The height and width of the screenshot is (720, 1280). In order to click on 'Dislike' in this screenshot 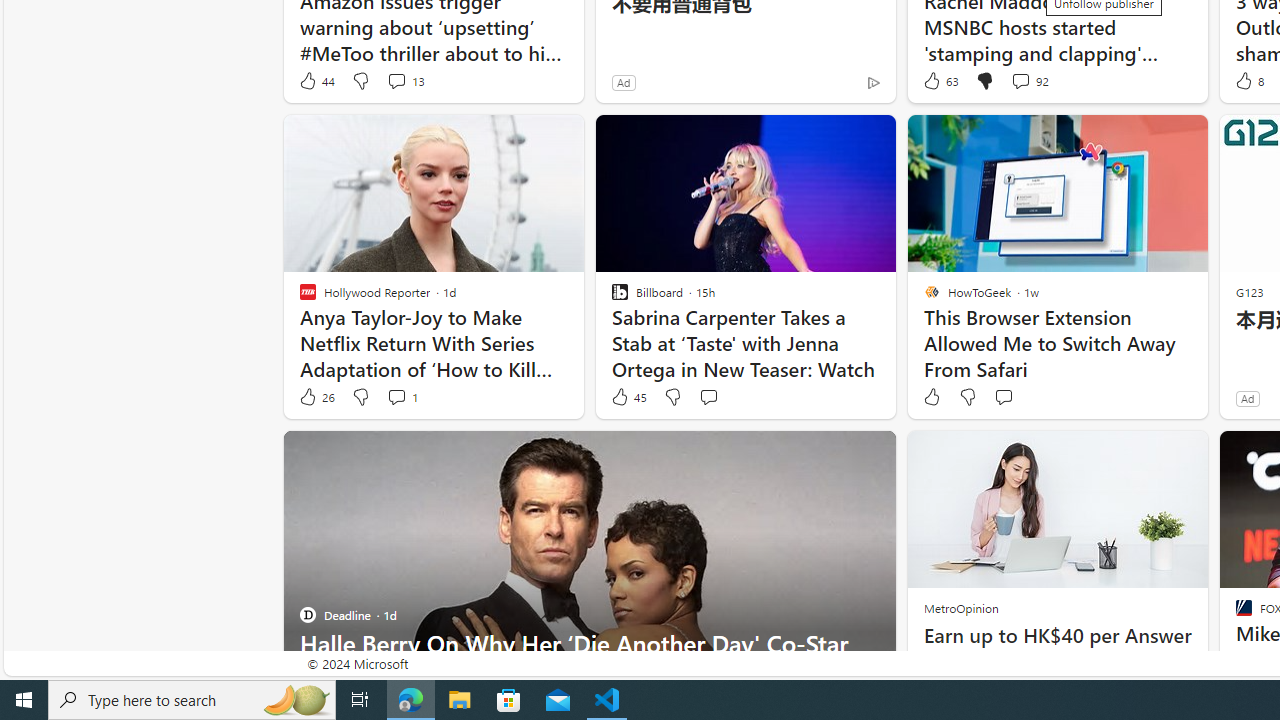, I will do `click(967, 397)`.